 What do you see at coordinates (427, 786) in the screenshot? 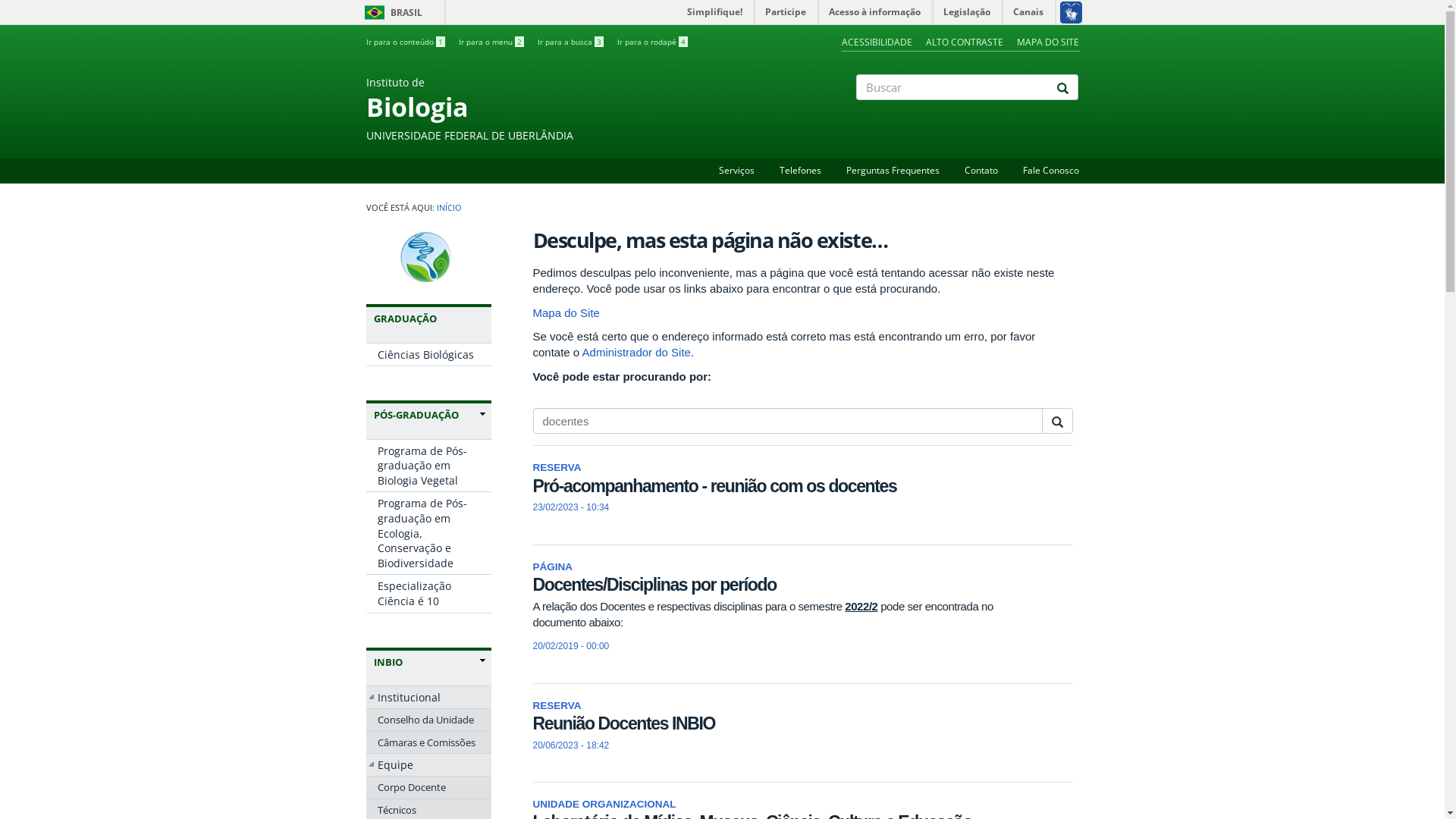
I see `'Corpo Docente'` at bounding box center [427, 786].